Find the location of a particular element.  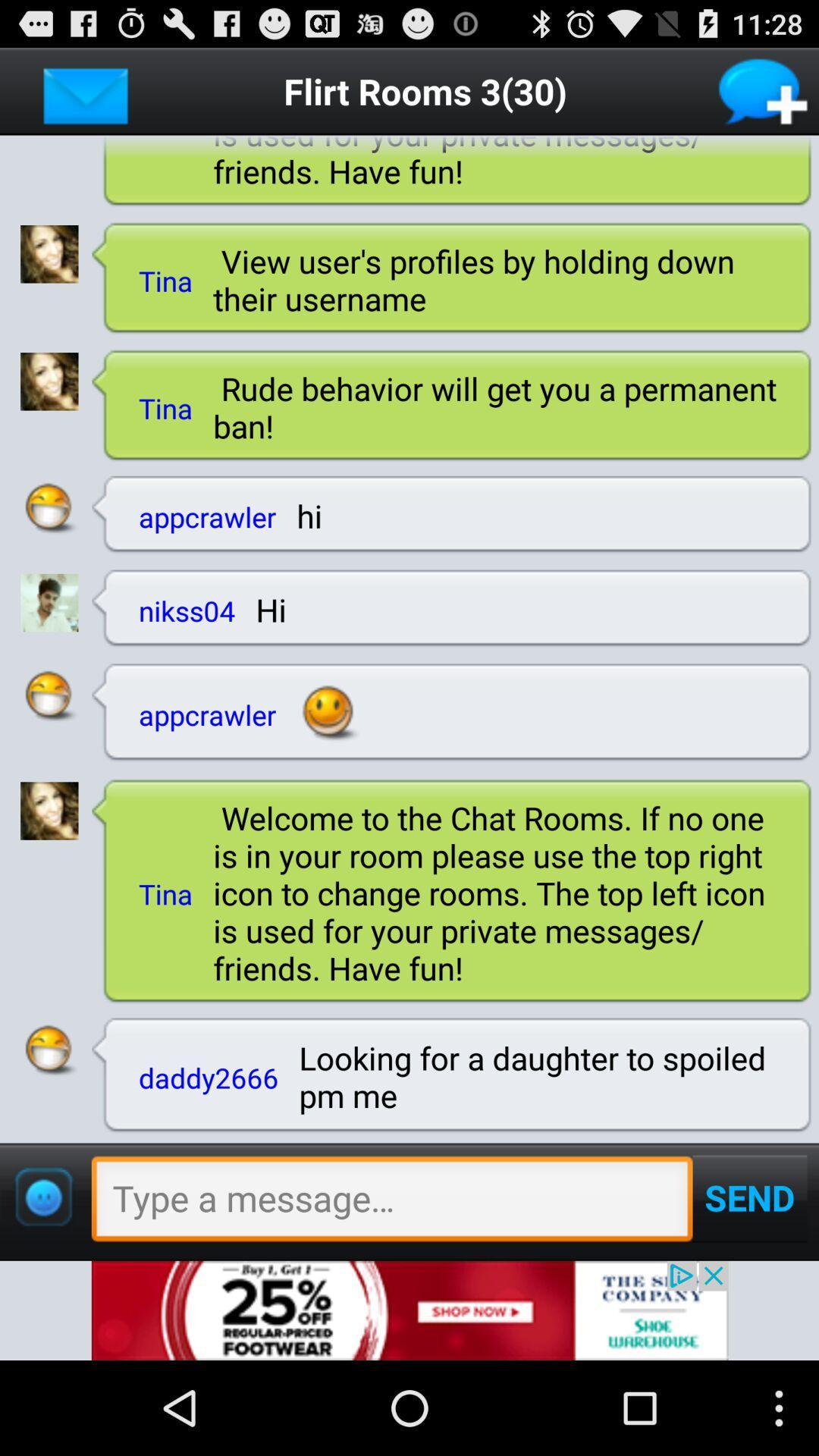

the toy sympol is located at coordinates (42, 1197).